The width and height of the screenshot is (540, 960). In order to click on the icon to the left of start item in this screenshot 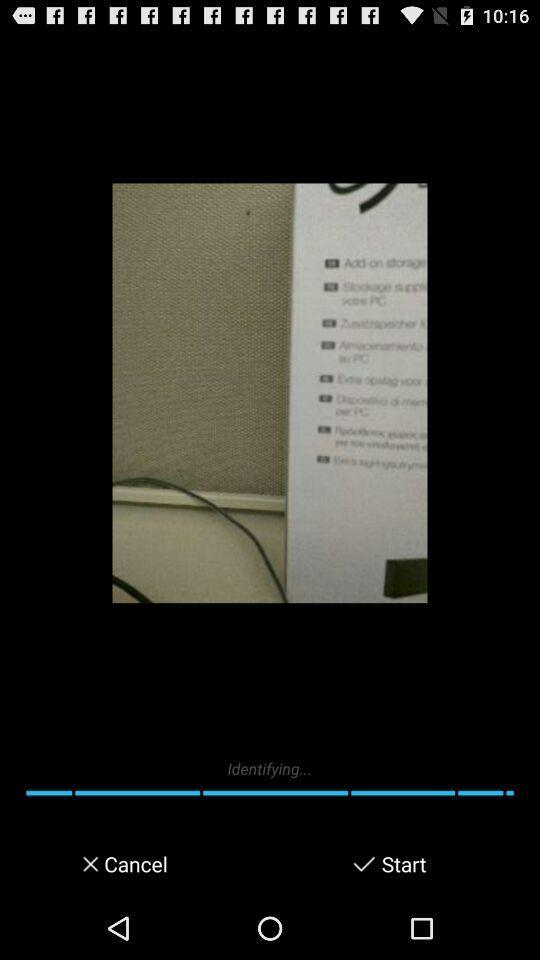, I will do `click(363, 863)`.